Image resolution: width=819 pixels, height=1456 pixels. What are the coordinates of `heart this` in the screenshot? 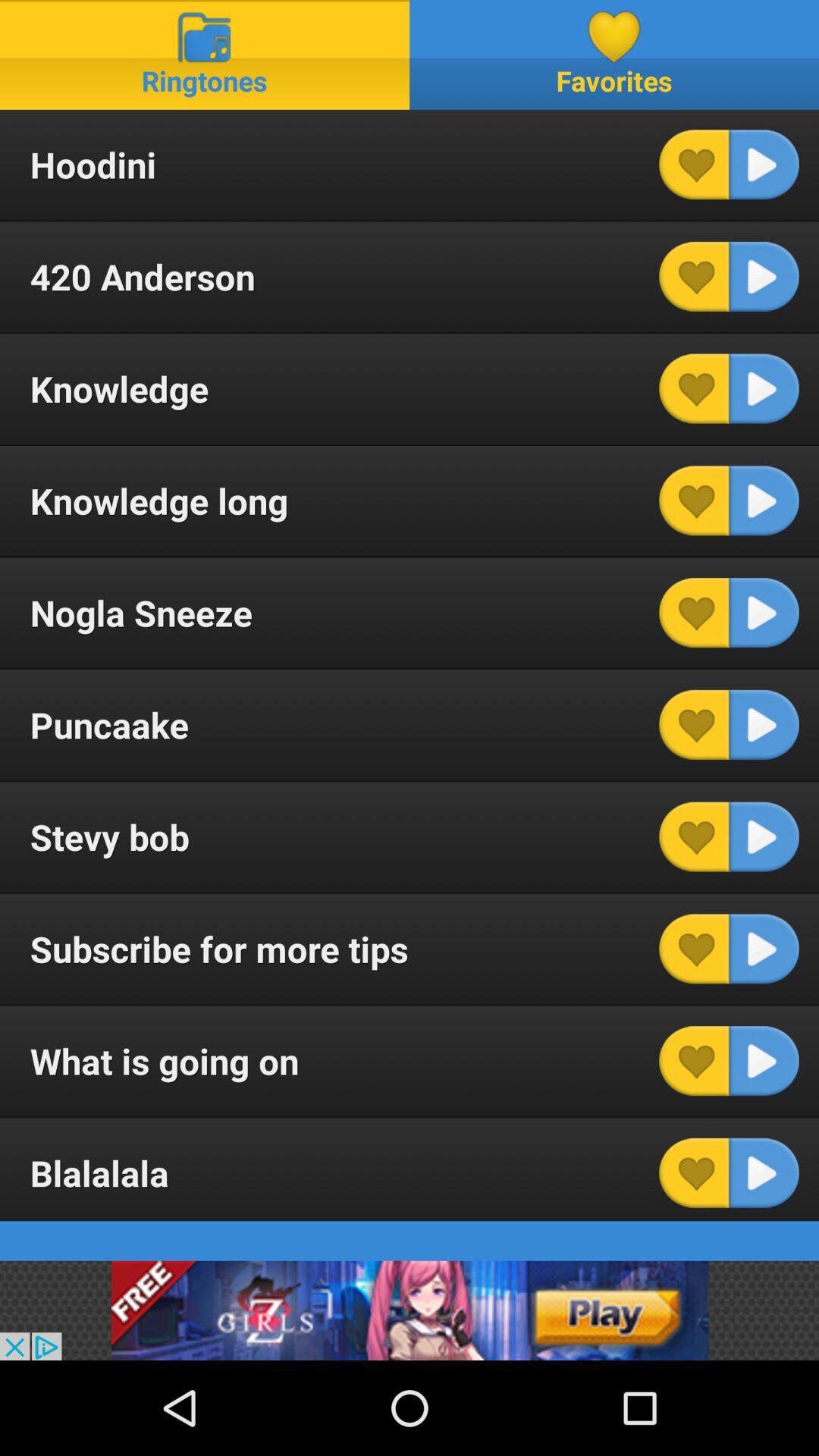 It's located at (694, 388).